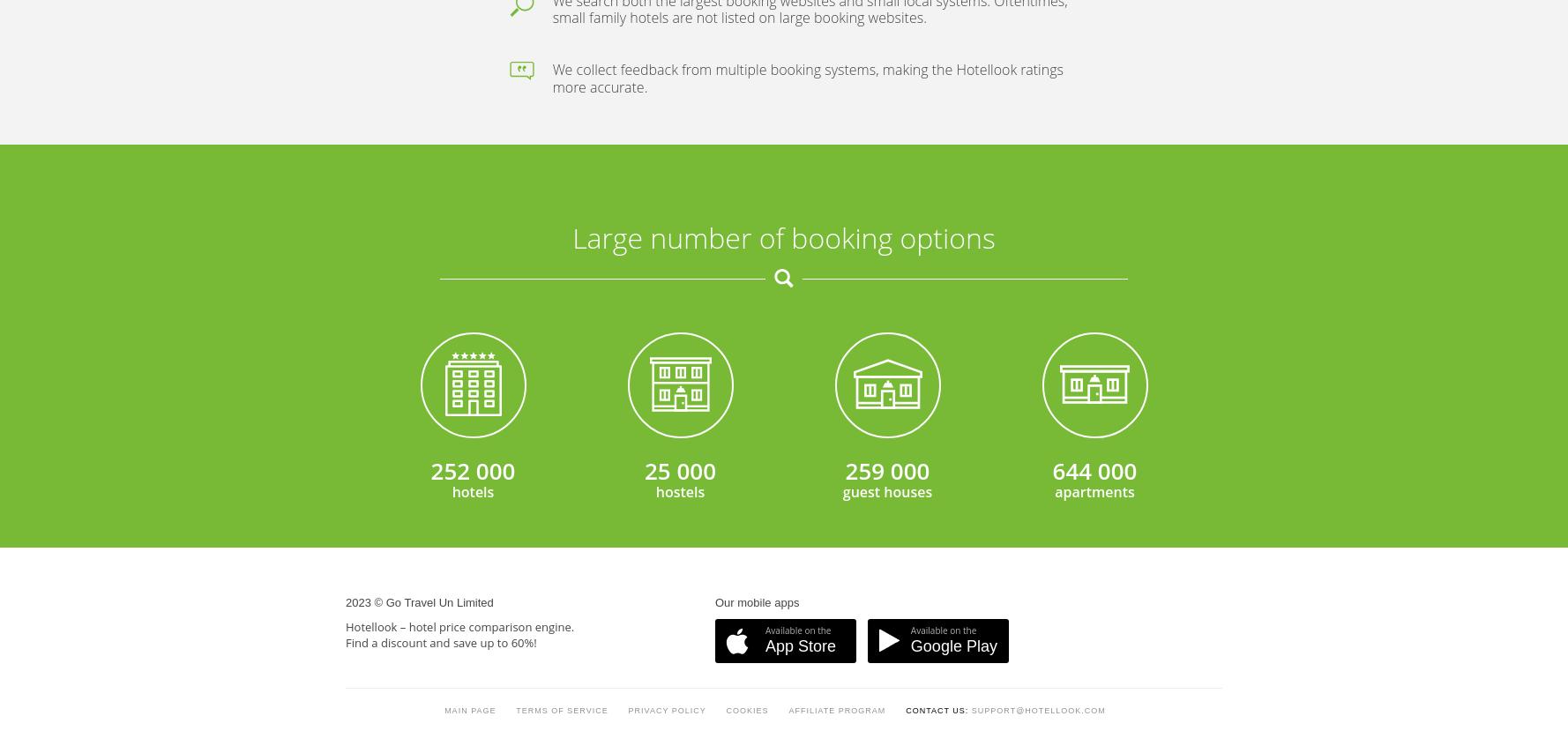 This screenshot has height=731, width=1568. Describe the element at coordinates (679, 60) in the screenshot. I see `'hostels'` at that location.